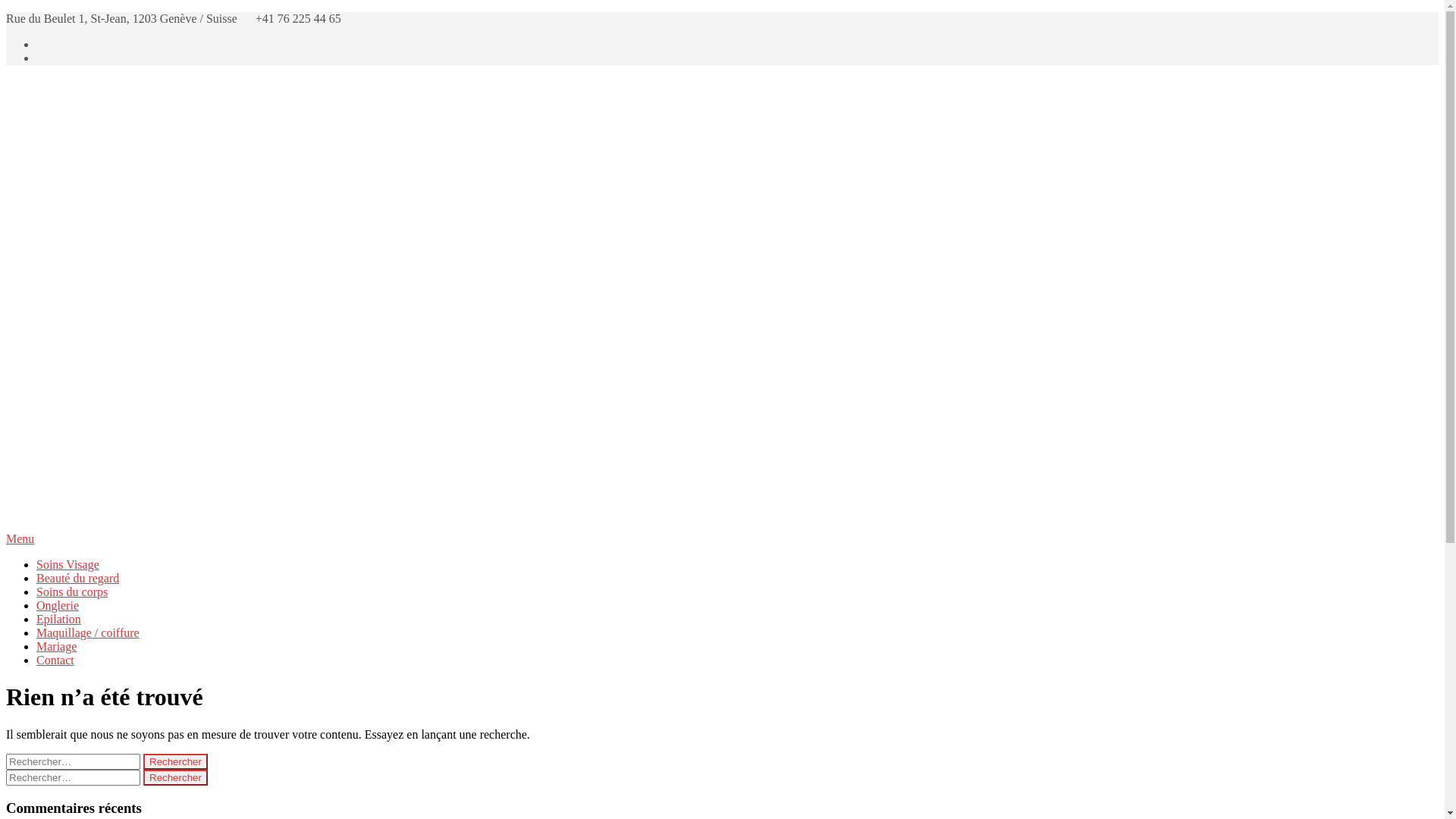 The width and height of the screenshot is (1456, 819). Describe the element at coordinates (58, 619) in the screenshot. I see `'Epilation'` at that location.